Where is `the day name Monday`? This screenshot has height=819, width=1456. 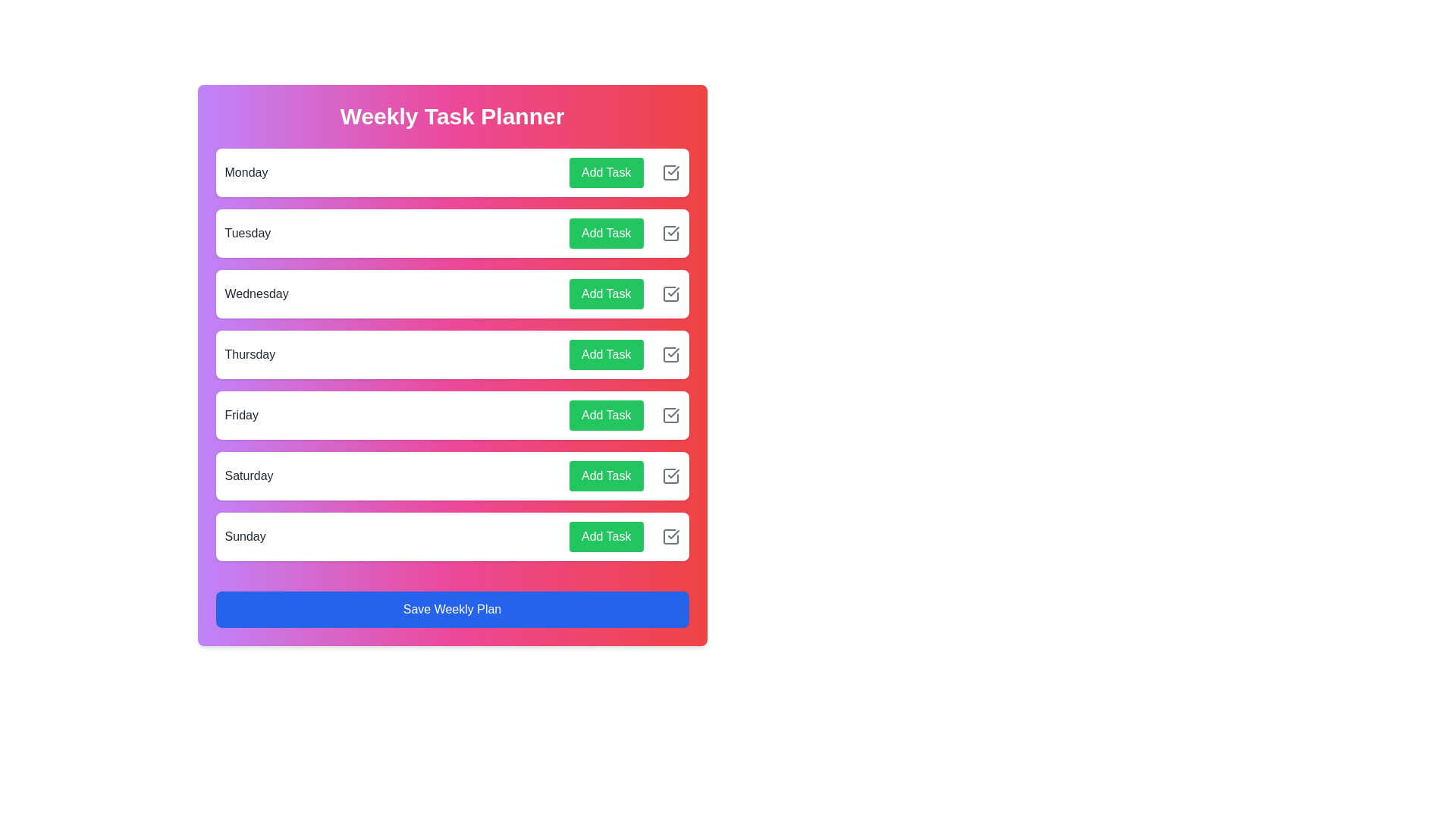 the day name Monday is located at coordinates (246, 171).